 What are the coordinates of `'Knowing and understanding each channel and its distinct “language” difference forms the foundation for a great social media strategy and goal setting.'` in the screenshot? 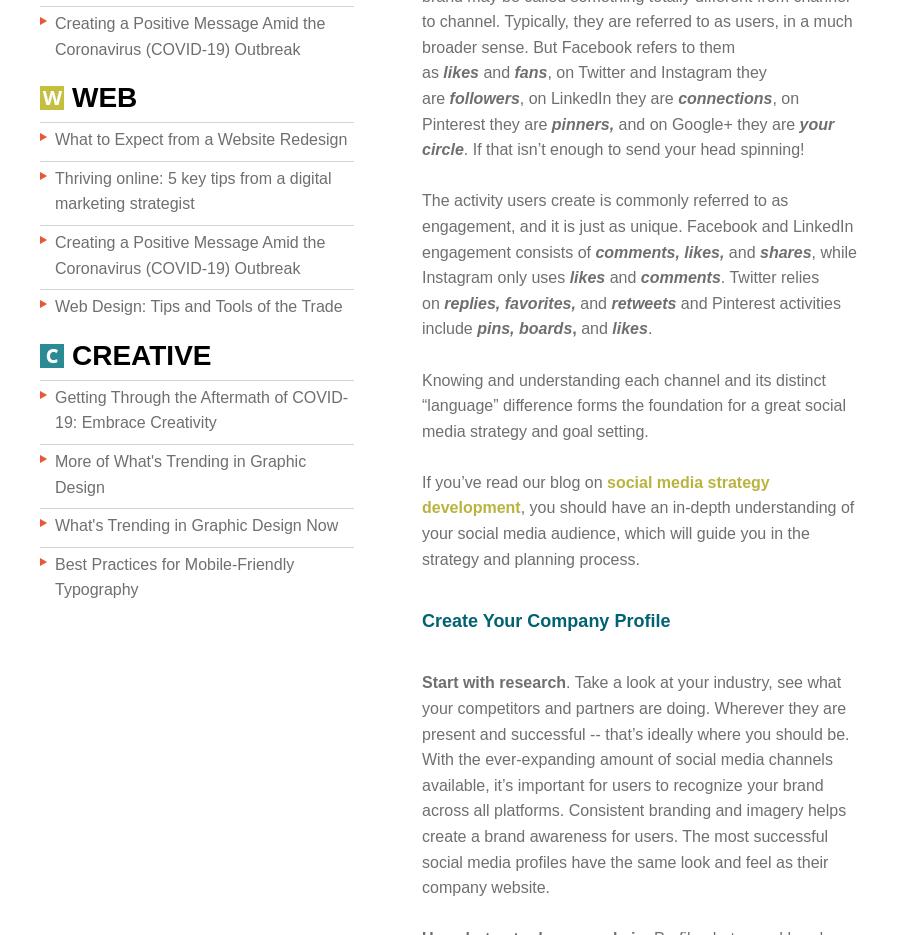 It's located at (422, 405).